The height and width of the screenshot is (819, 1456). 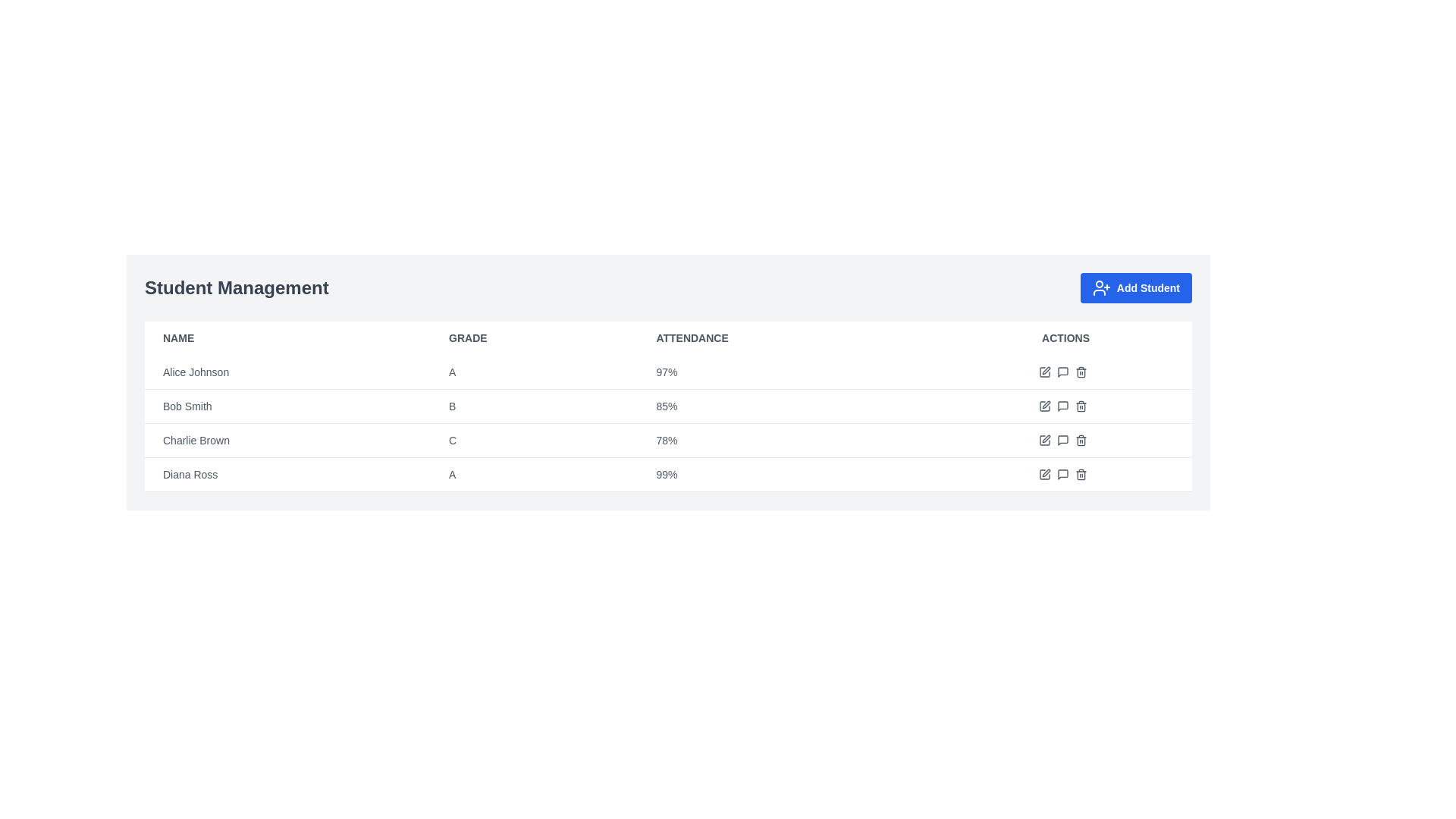 What do you see at coordinates (1065, 406) in the screenshot?
I see `the action button icon for marking or flagging content in the row corresponding to 'Bob Smith', which is the second icon from the left in the 'Actions' column` at bounding box center [1065, 406].